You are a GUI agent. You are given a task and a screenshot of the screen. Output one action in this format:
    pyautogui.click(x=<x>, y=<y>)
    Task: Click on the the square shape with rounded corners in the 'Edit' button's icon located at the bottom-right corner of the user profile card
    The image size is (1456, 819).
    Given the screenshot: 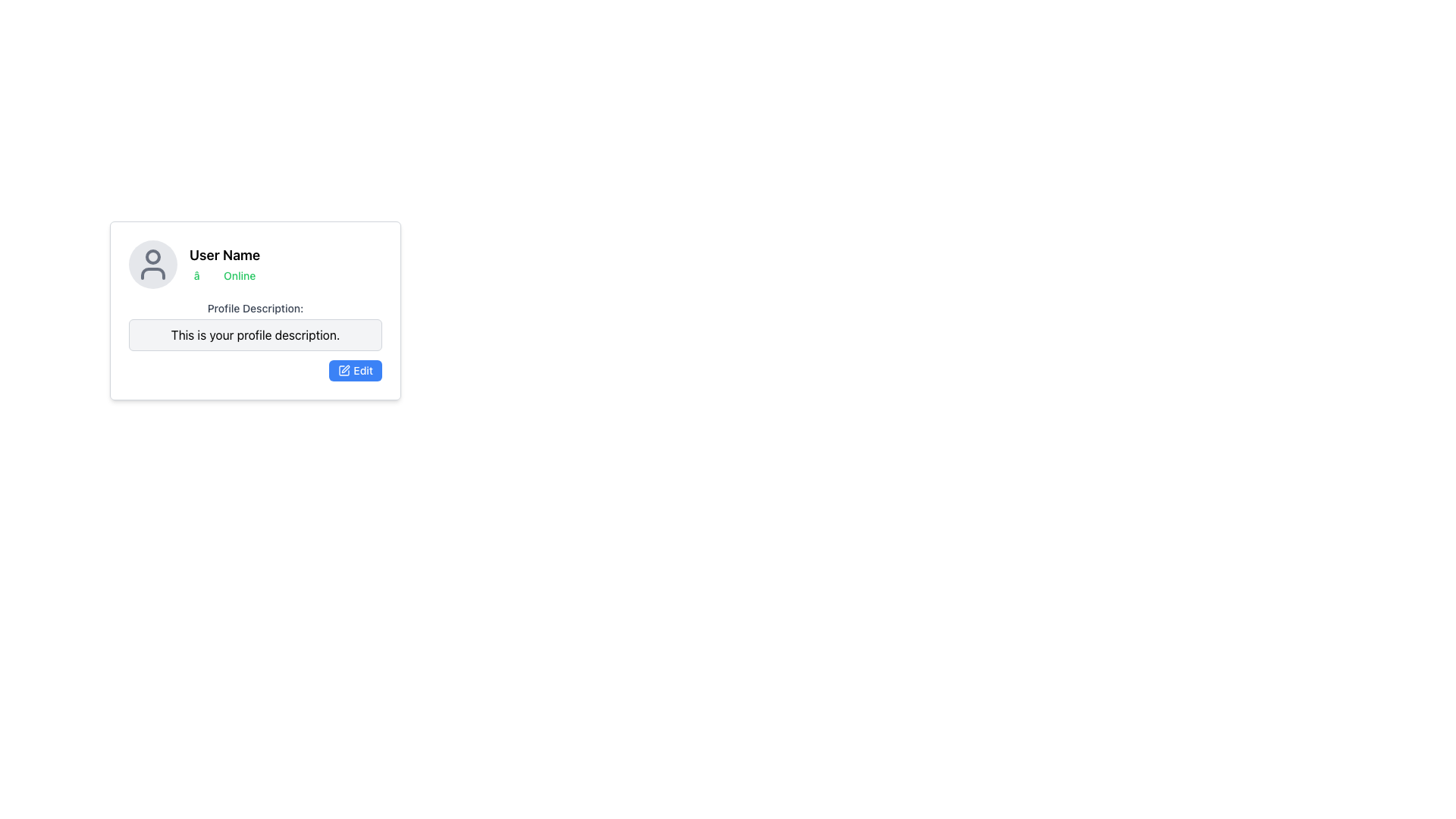 What is the action you would take?
    pyautogui.click(x=344, y=371)
    